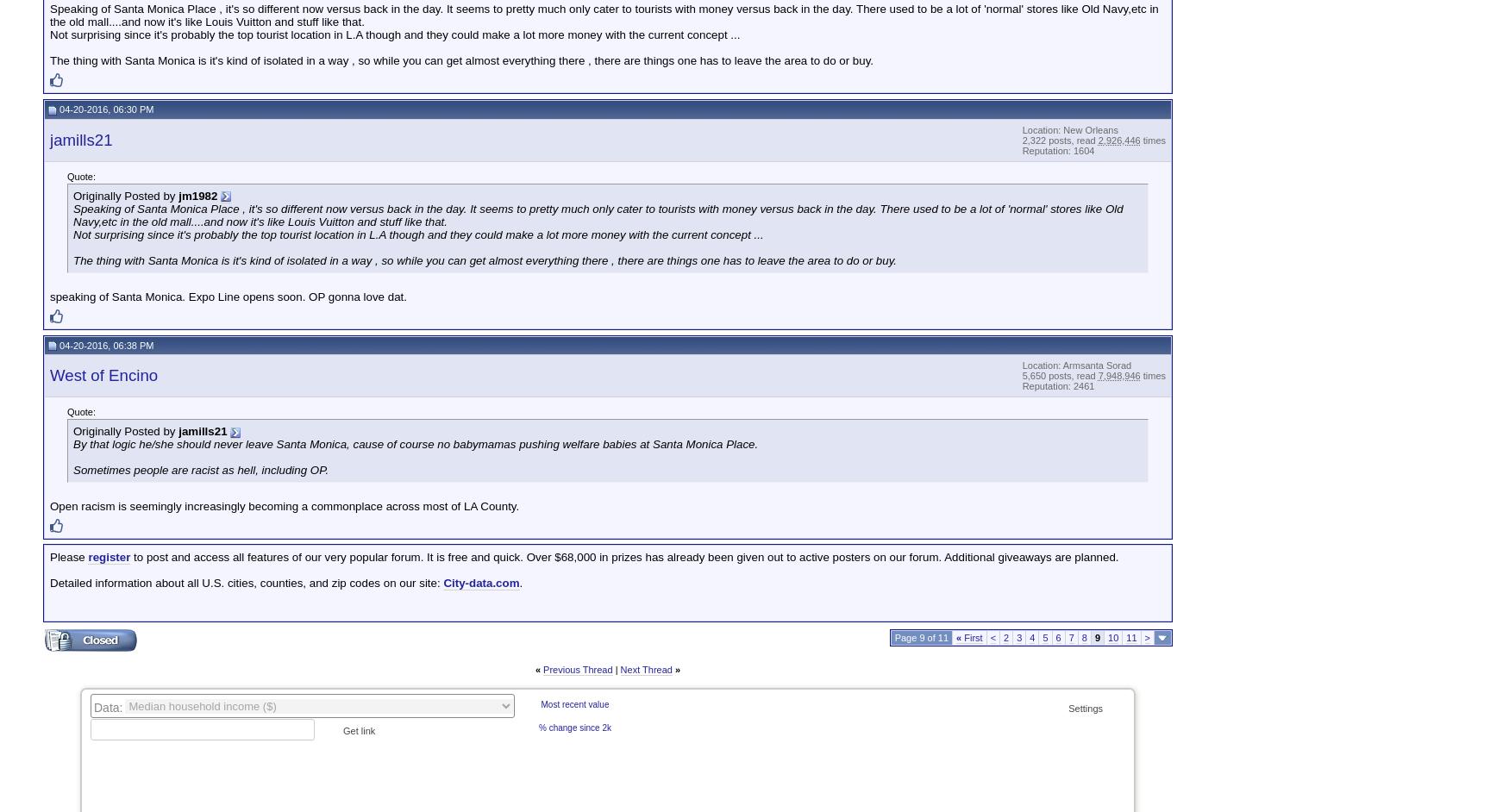  What do you see at coordinates (1118, 139) in the screenshot?
I see `'2,926,446'` at bounding box center [1118, 139].